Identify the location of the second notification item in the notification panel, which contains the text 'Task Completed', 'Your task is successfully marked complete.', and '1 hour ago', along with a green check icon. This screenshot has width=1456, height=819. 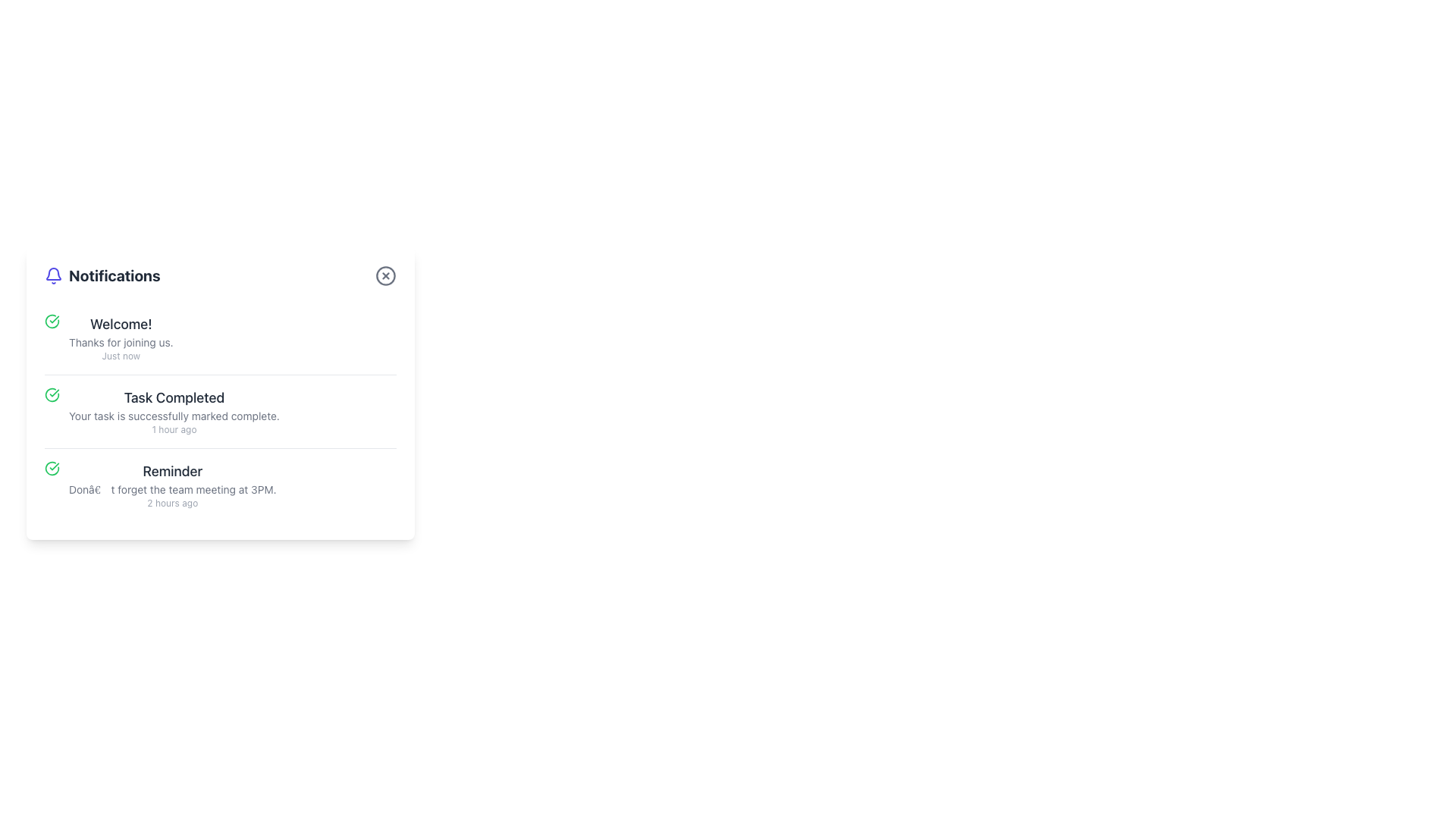
(220, 412).